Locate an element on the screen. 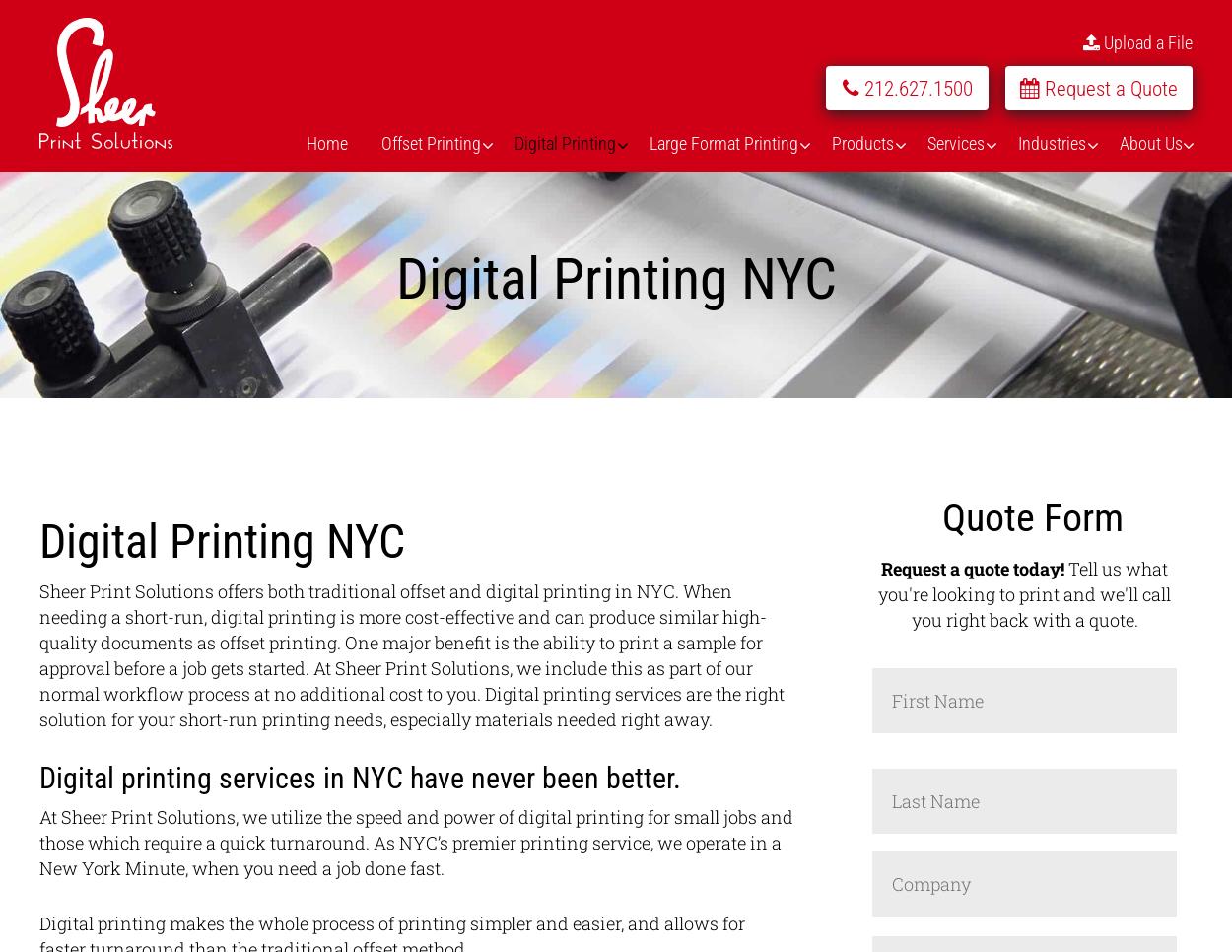 This screenshot has height=952, width=1232. 'Quote Form' is located at coordinates (1032, 517).